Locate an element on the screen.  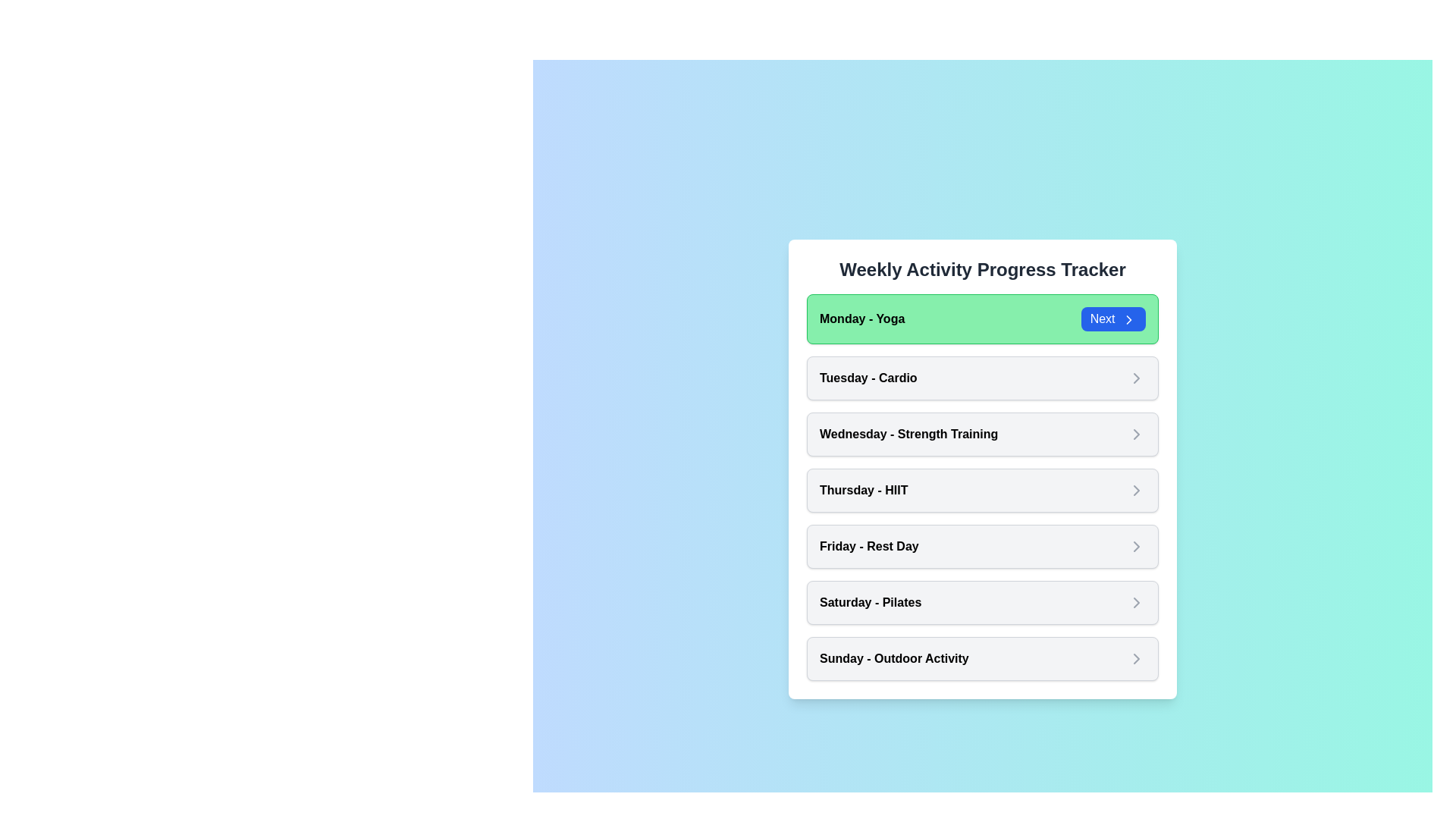
the Chevron Icon located on the far right of the 'Sunday - Outdoor Activity' list item to indicate navigation or selection is located at coordinates (1136, 657).